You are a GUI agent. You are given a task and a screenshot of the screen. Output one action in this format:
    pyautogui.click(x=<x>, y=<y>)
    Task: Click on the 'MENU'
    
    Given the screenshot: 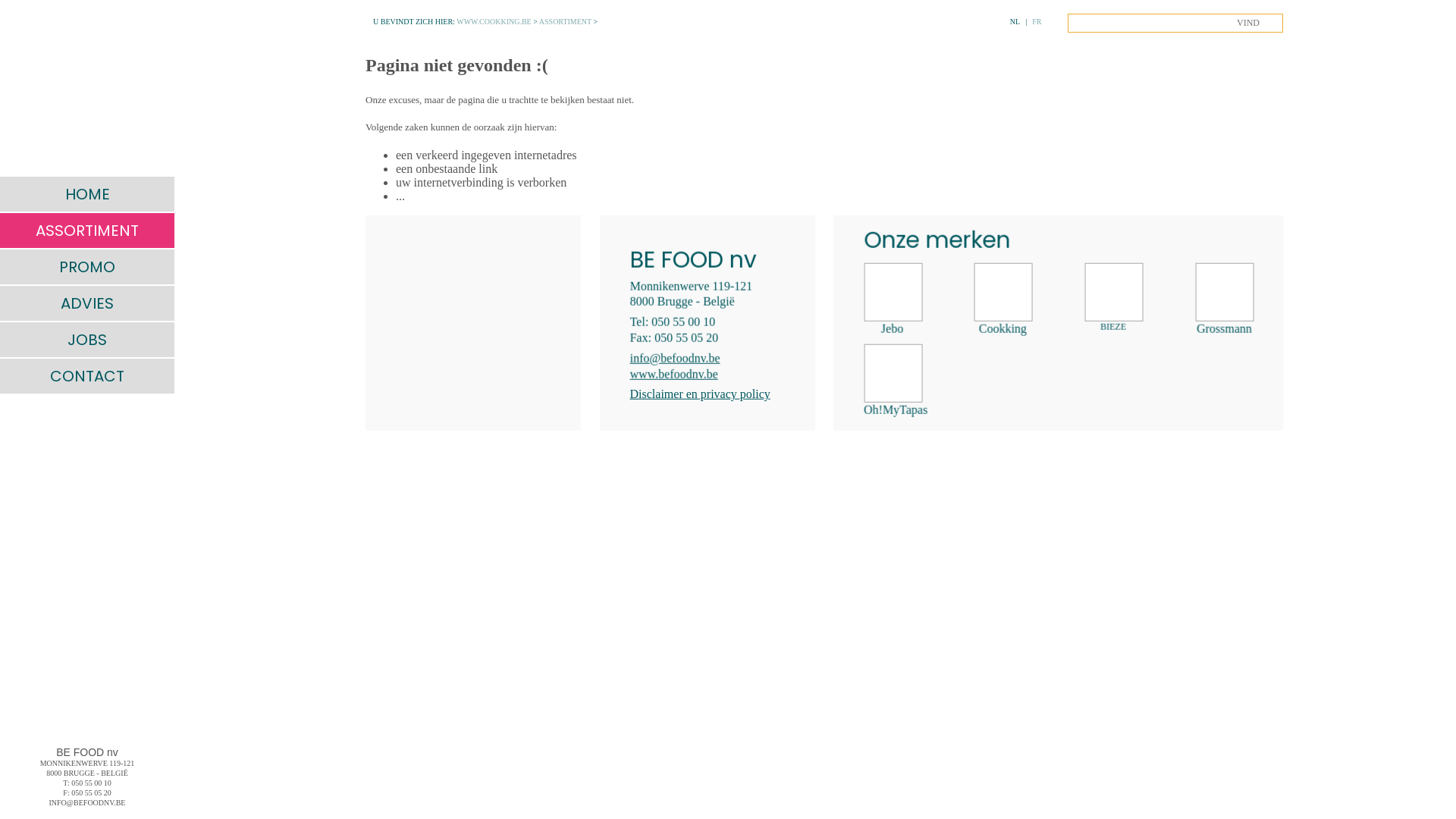 What is the action you would take?
    pyautogui.click(x=17, y=17)
    